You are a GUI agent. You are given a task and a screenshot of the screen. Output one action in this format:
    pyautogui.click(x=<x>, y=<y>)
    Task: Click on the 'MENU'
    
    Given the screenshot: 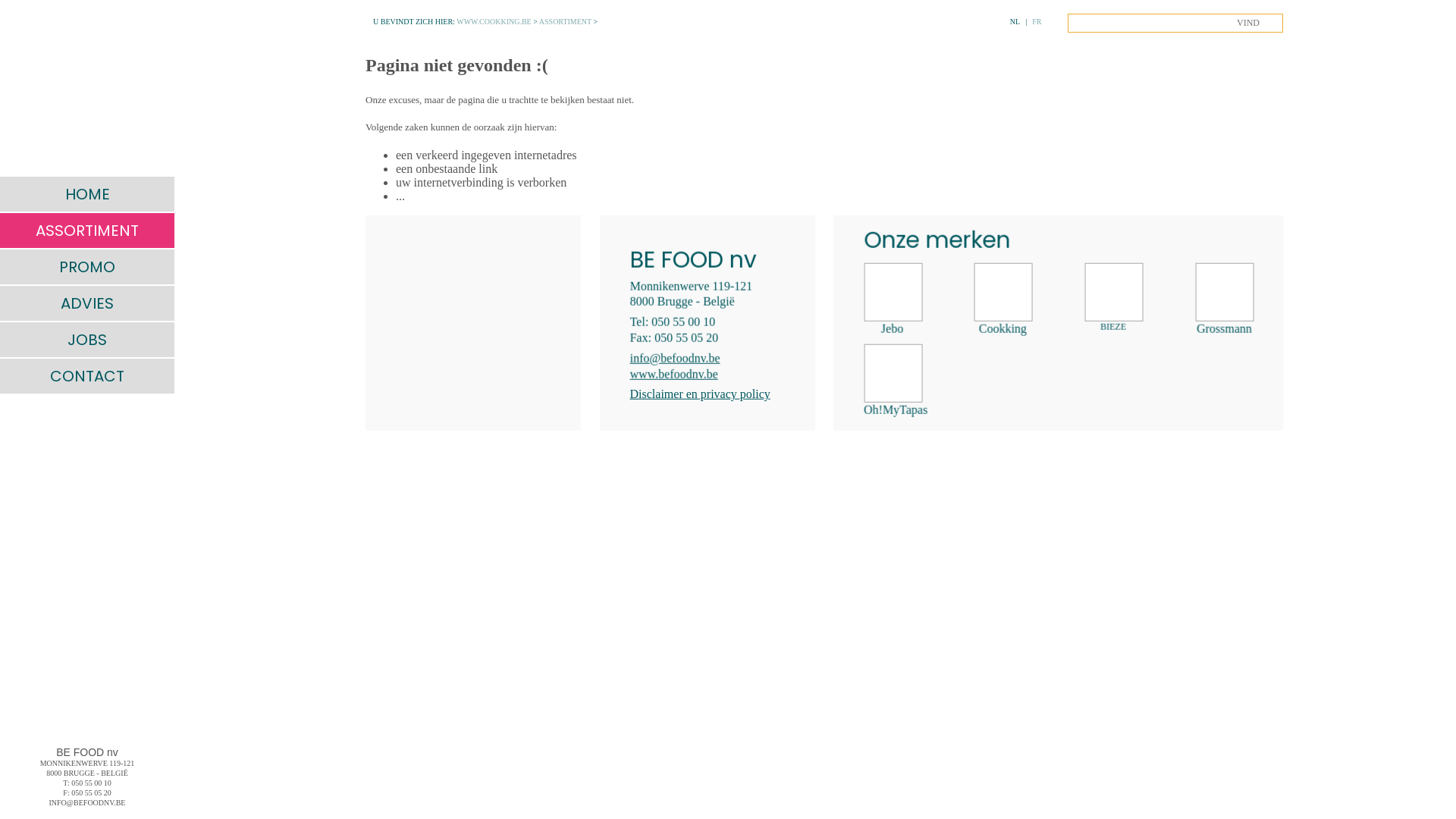 What is the action you would take?
    pyautogui.click(x=17, y=17)
    